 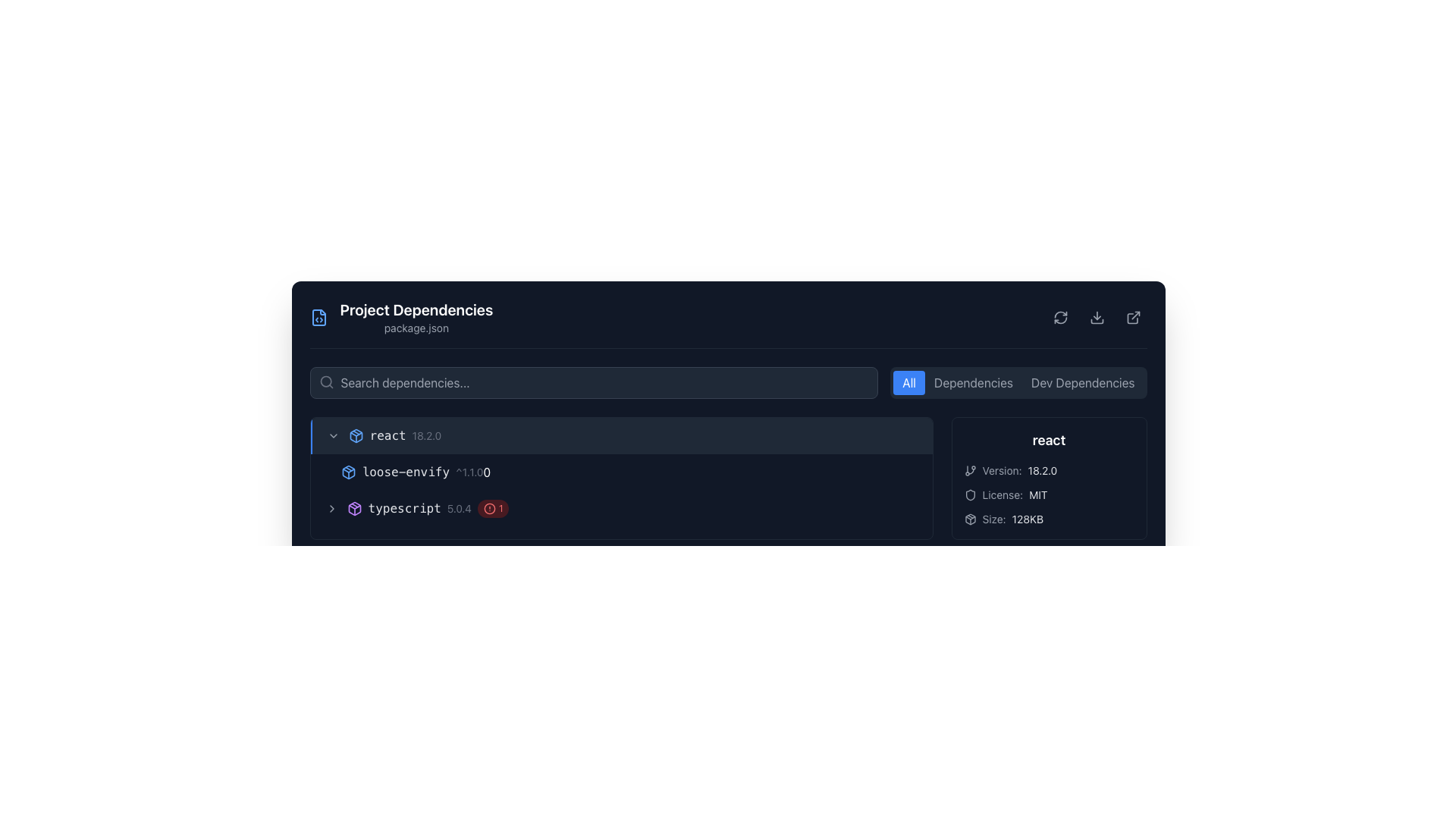 What do you see at coordinates (318, 317) in the screenshot?
I see `the blue file icon with a folded corner located to the left of the 'Project Dependencies' text in the header area` at bounding box center [318, 317].